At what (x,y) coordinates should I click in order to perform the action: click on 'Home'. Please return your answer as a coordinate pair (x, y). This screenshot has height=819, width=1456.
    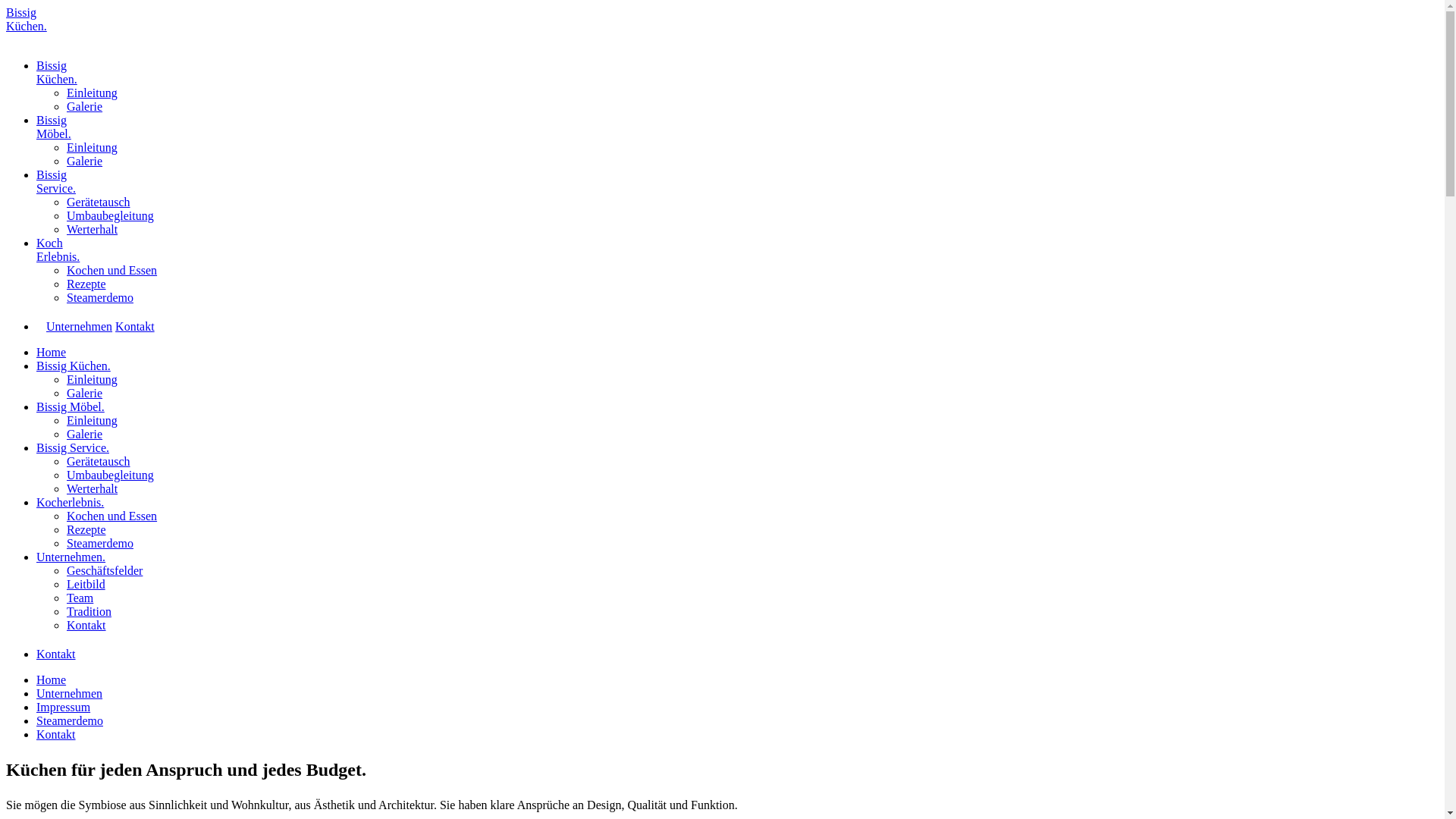
    Looking at the image, I should click on (51, 679).